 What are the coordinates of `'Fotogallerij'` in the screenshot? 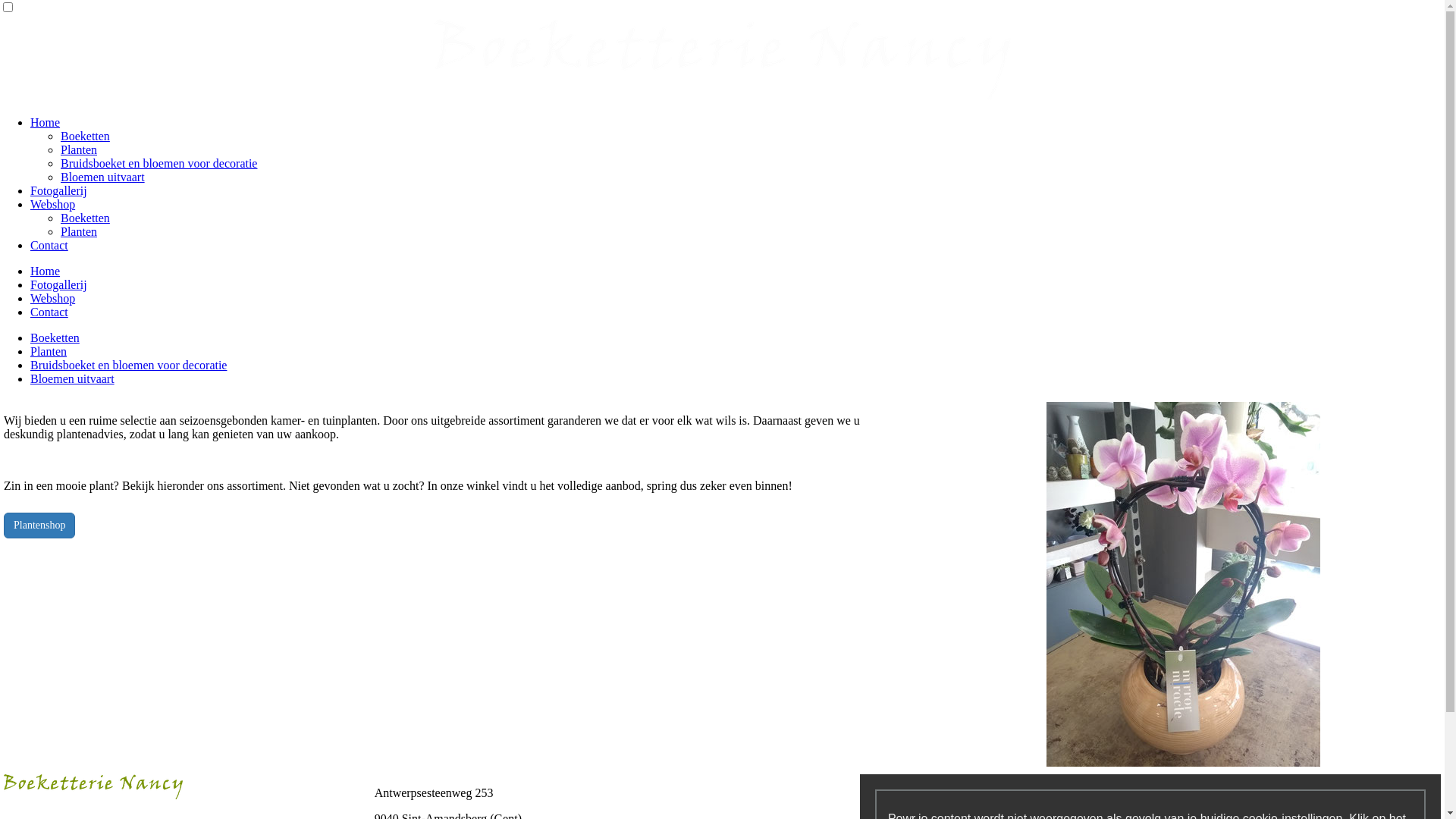 It's located at (58, 284).